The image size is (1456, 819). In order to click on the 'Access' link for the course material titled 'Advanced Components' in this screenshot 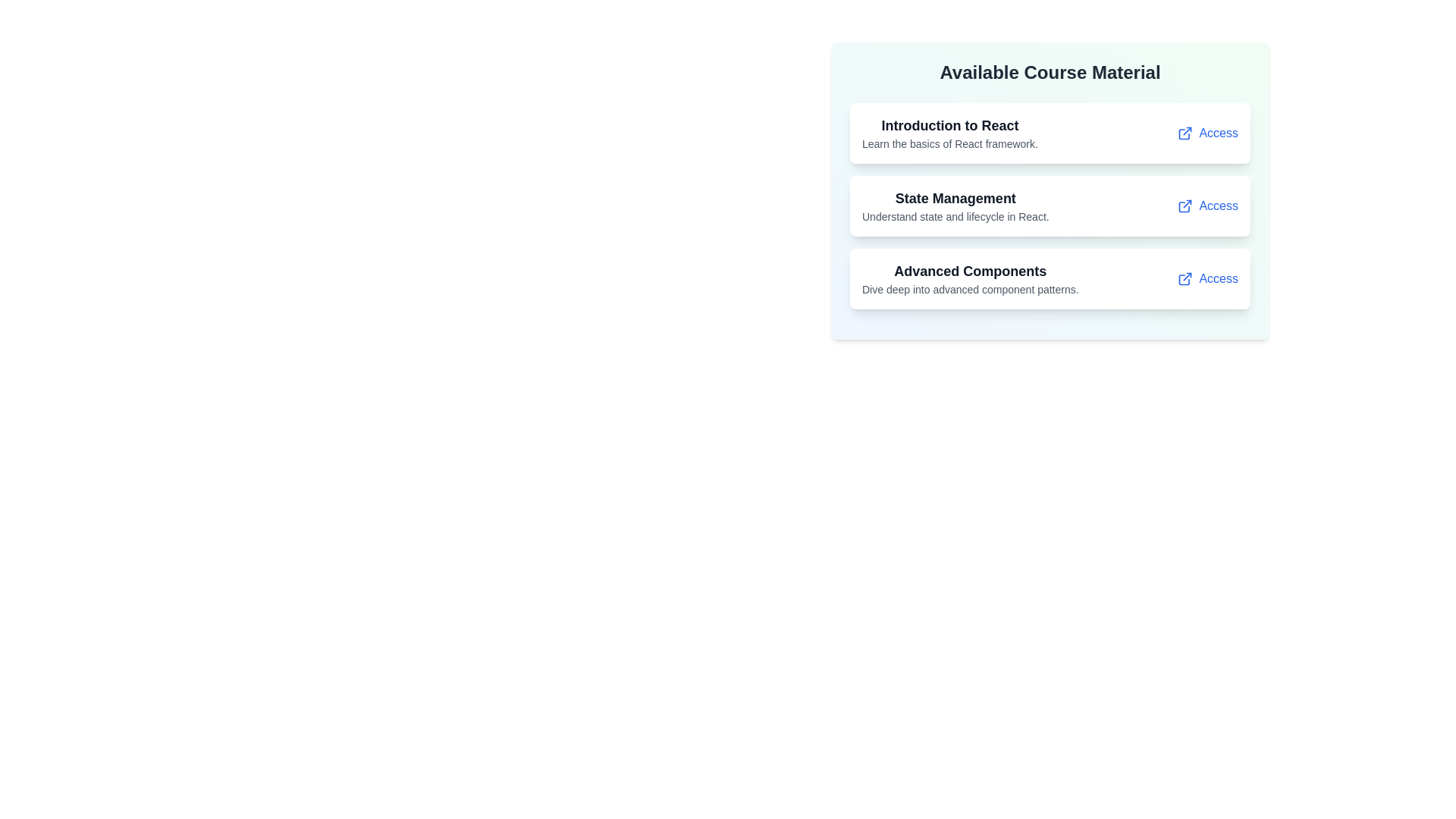, I will do `click(1207, 278)`.